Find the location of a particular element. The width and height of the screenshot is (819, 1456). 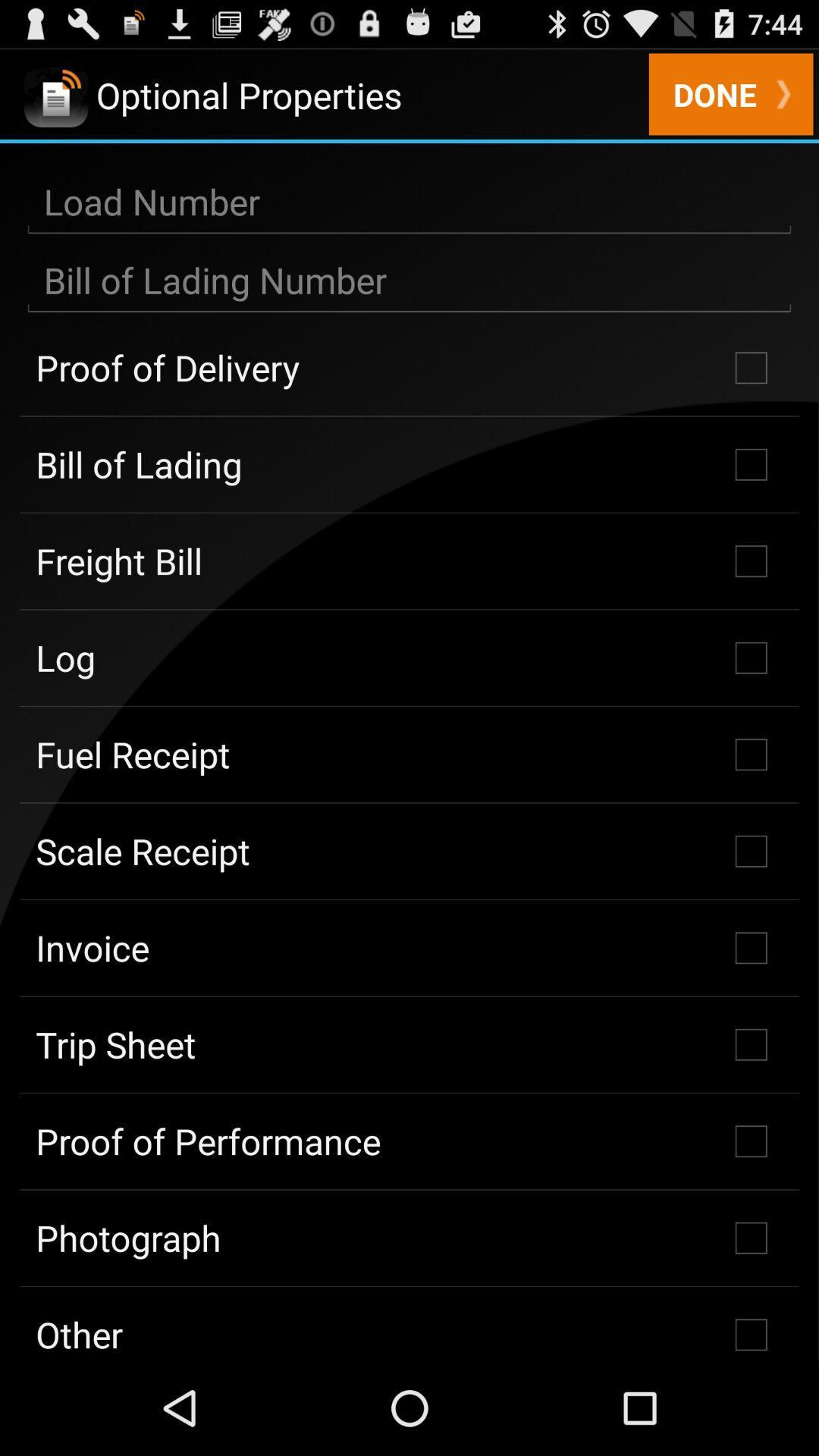

optional properties menu is located at coordinates (409, 281).